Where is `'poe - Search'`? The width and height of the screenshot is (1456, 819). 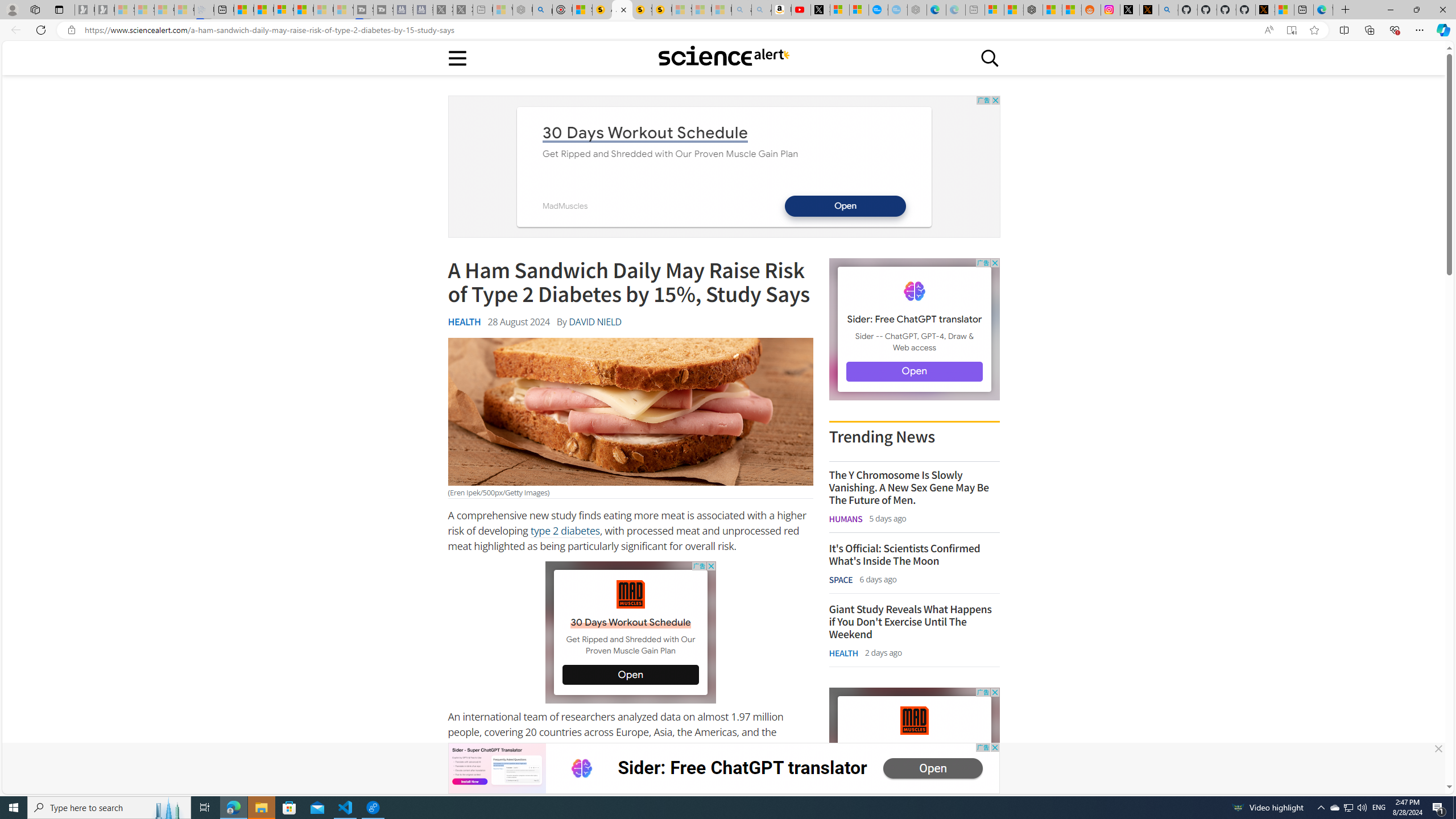
'poe - Search' is located at coordinates (542, 9).